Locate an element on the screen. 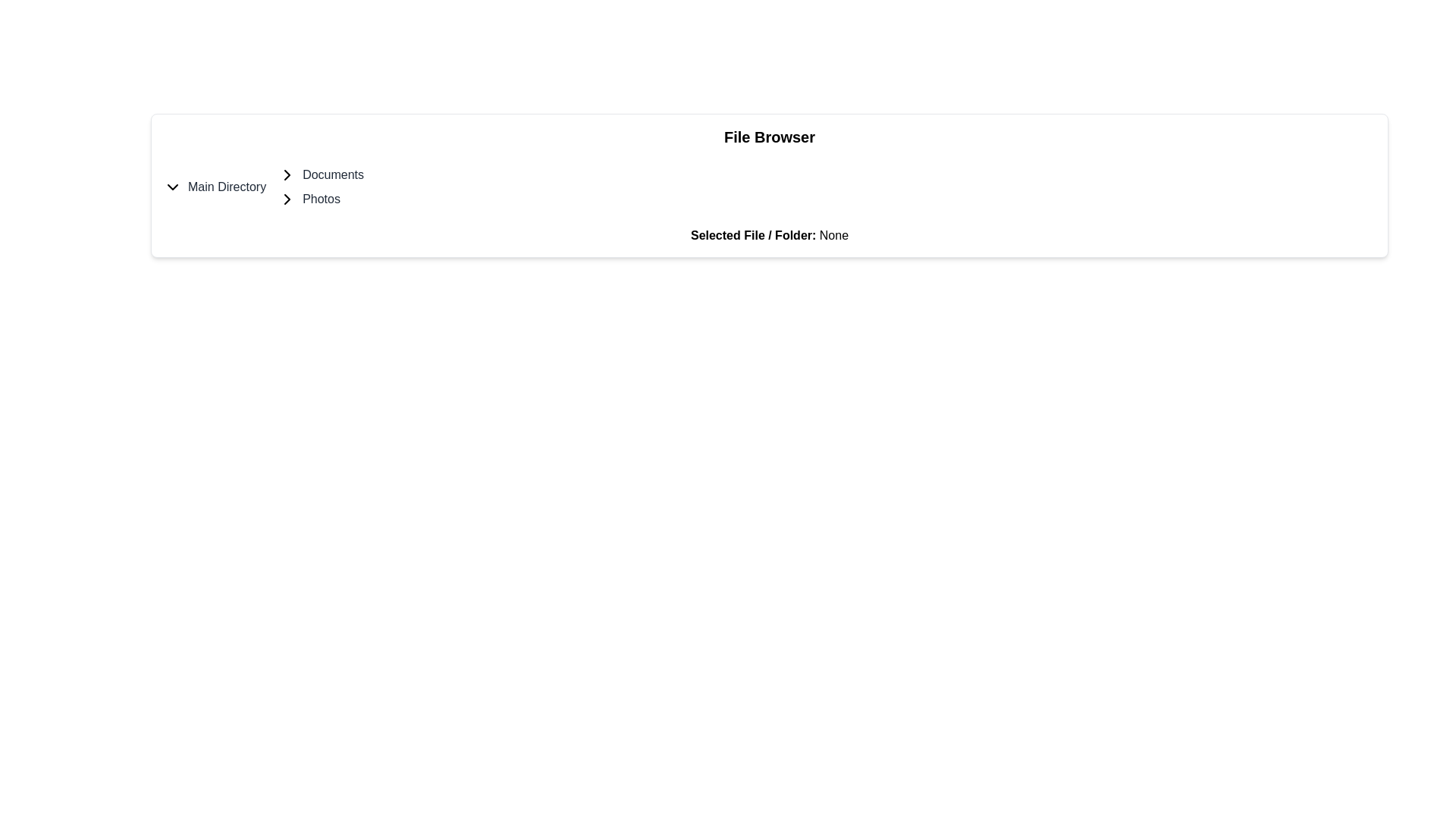 Image resolution: width=1456 pixels, height=819 pixels. the chevron icon representing navigation for expanding or collapsing sub-items under the 'Documents' list item is located at coordinates (287, 174).